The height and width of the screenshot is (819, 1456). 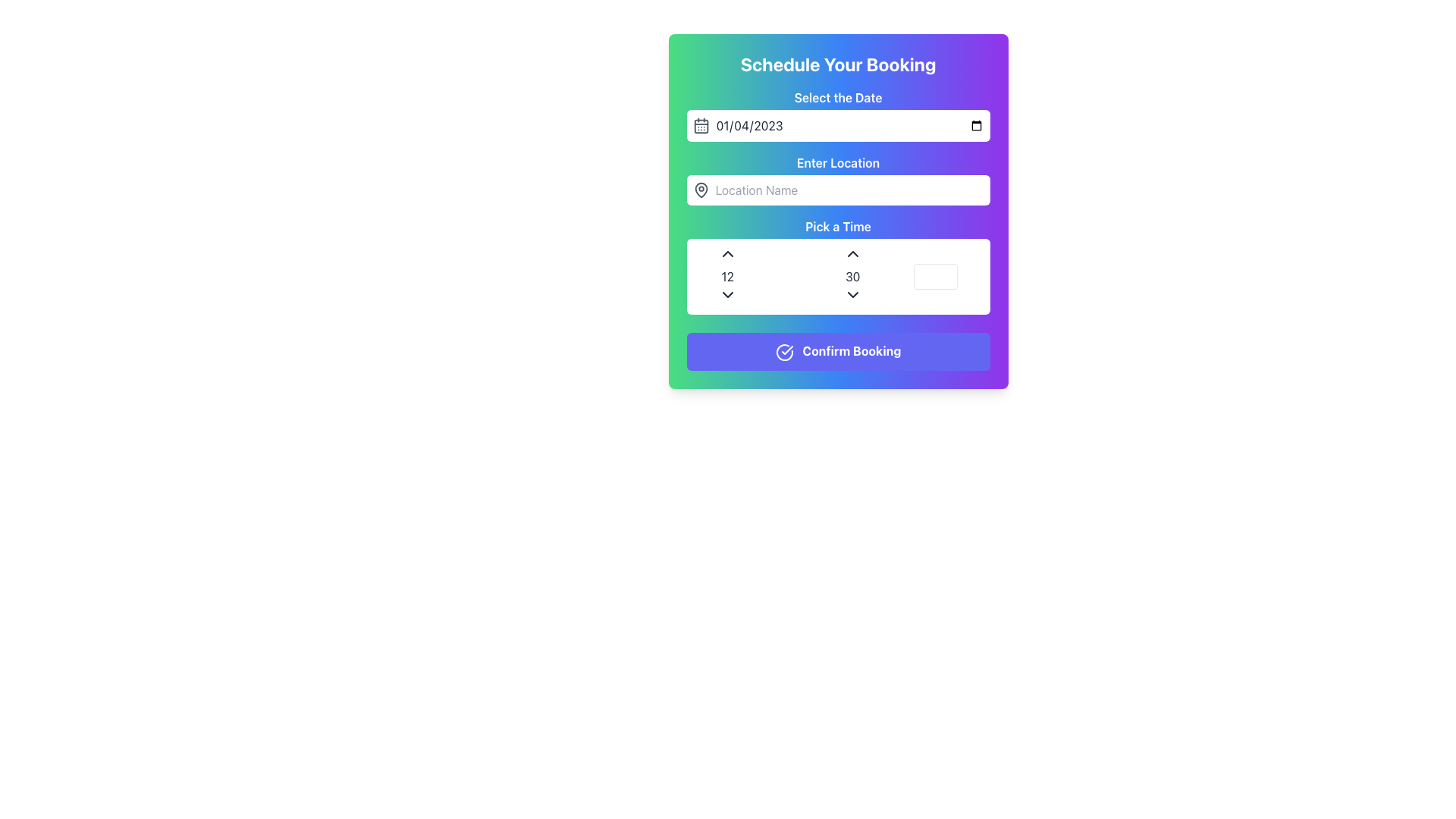 What do you see at coordinates (726, 295) in the screenshot?
I see `the downward-facing SVG arrow icon button located to the right of the number '12' in the hour selection area to decrease the hour` at bounding box center [726, 295].